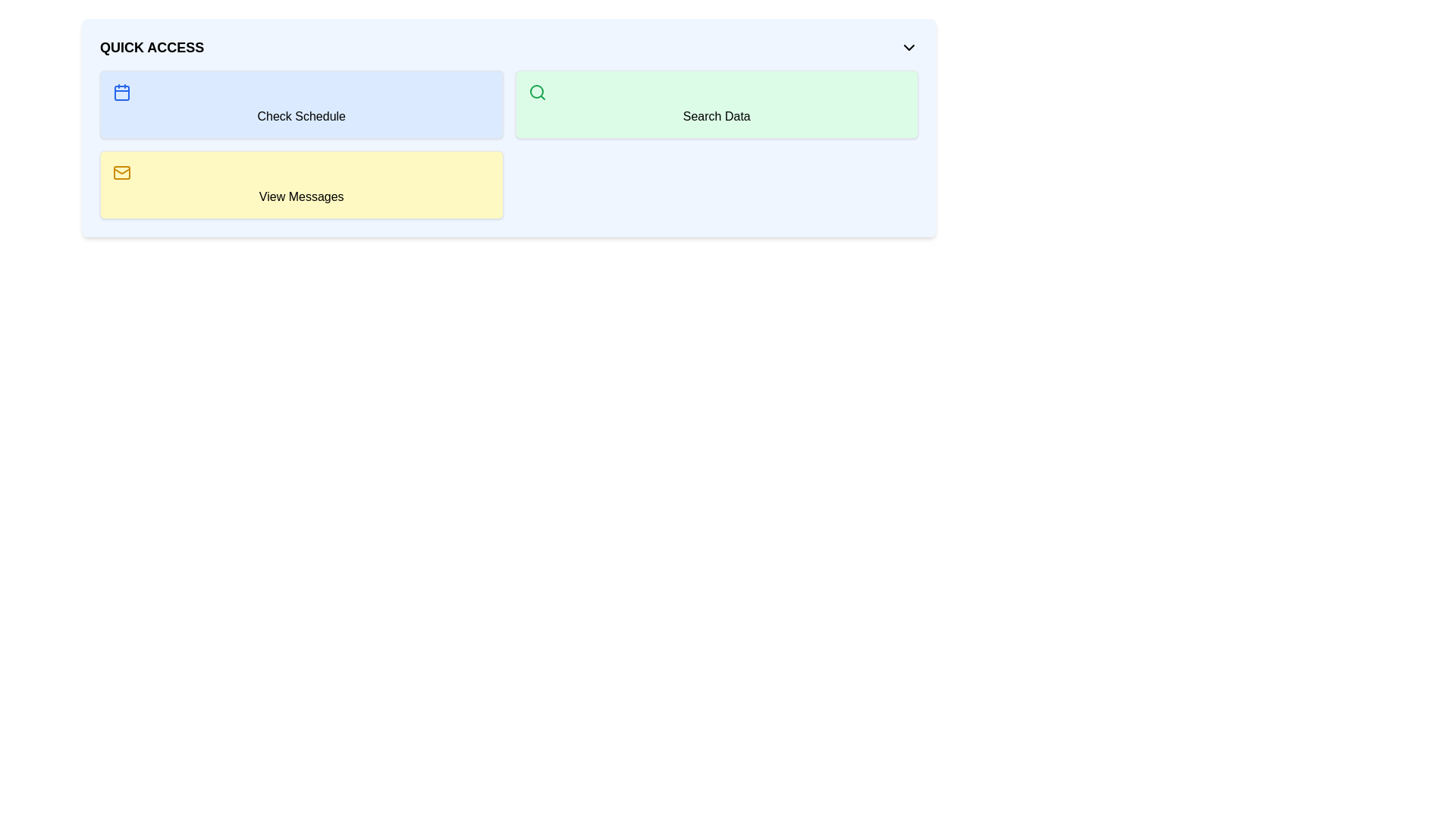 This screenshot has width=1456, height=819. Describe the element at coordinates (122, 93) in the screenshot. I see `the SVG Rectangle that forms the body of the calendar icon, which is centrally located above the 'Check Schedule' text within a light blue background card` at that location.